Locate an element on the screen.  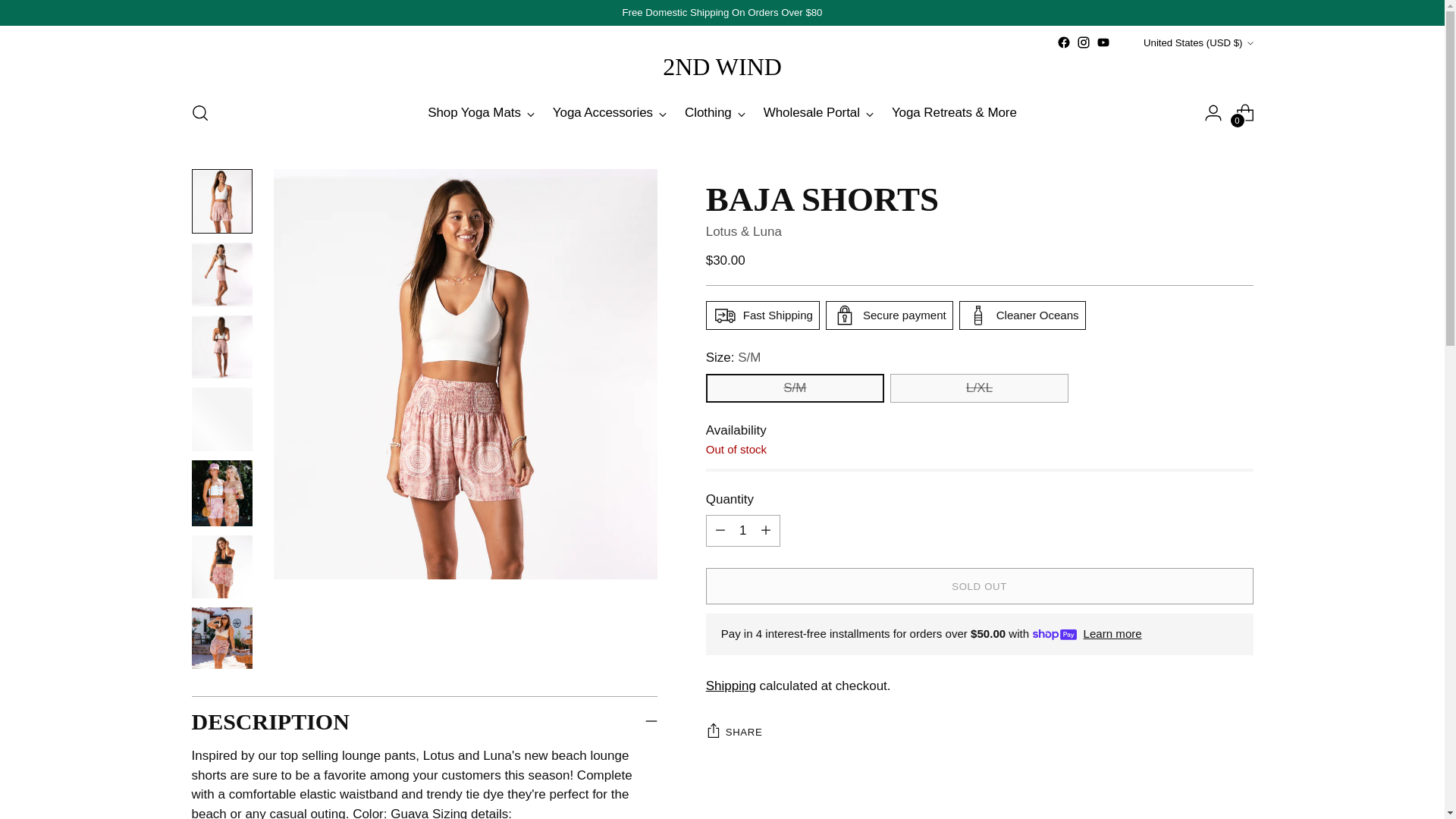
'2nd Wind on Facebook' is located at coordinates (1062, 42).